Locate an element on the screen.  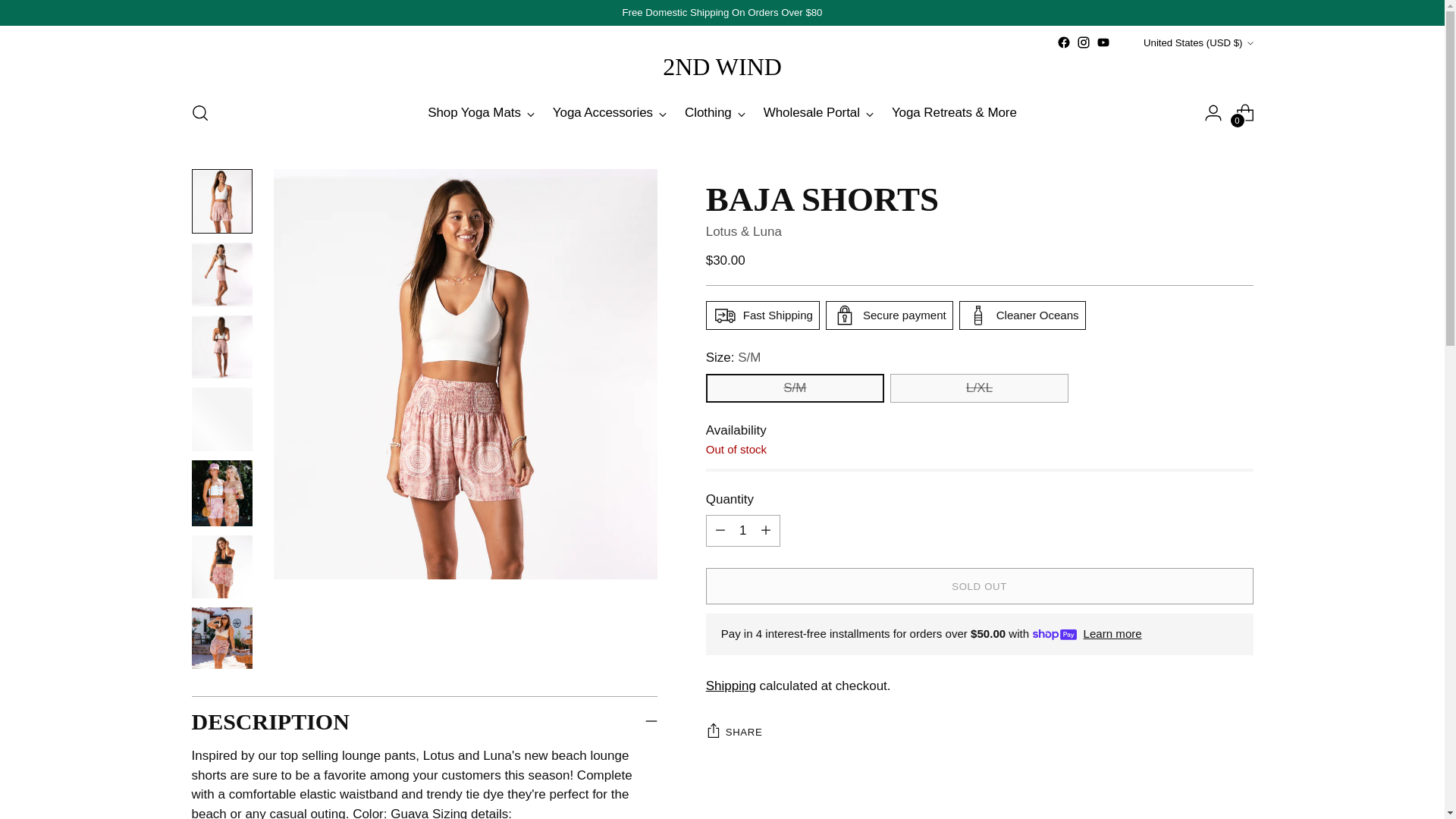
'2nd Wind on Facebook' is located at coordinates (1062, 42).